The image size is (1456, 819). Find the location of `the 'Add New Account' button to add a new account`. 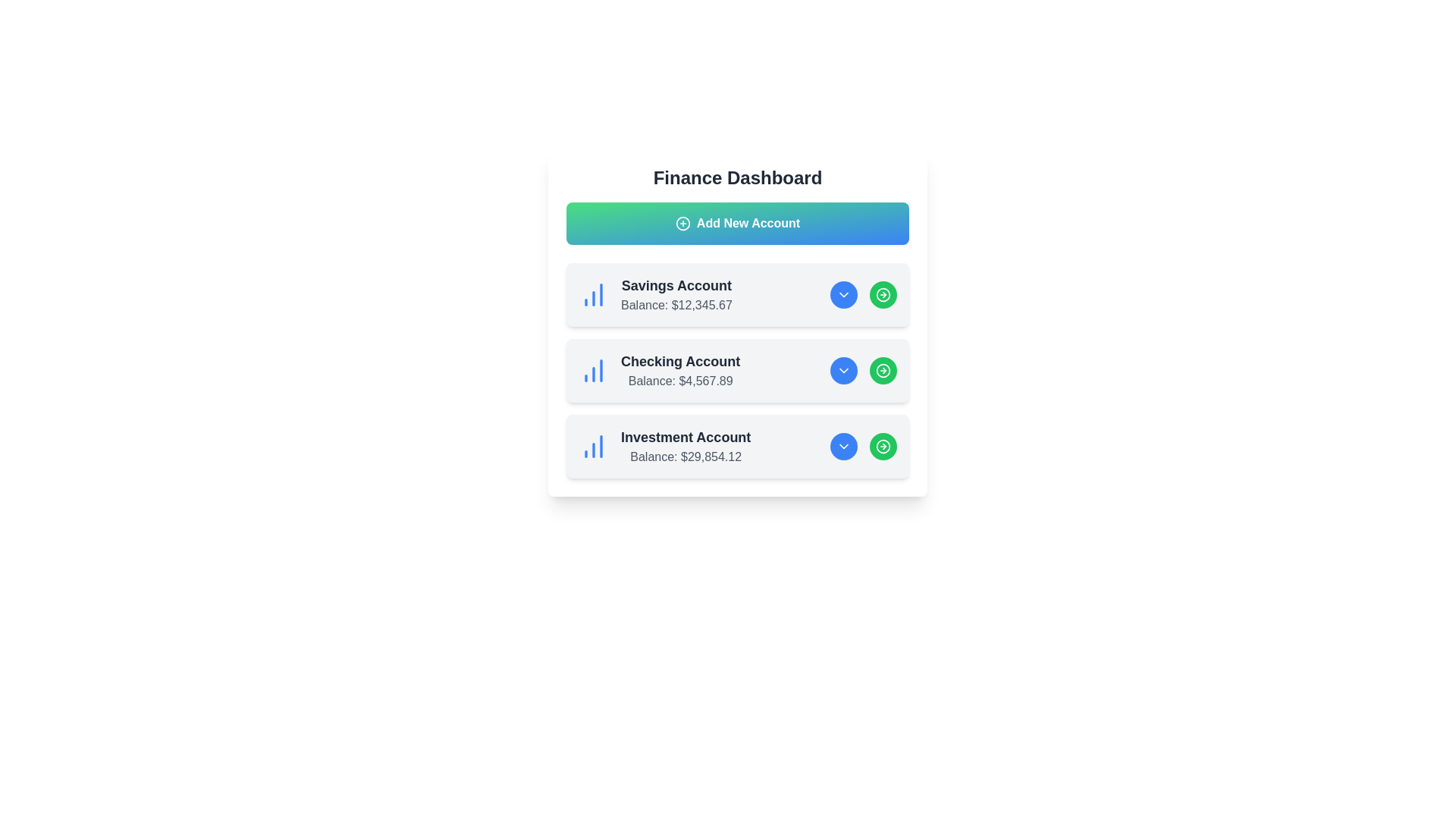

the 'Add New Account' button to add a new account is located at coordinates (738, 223).